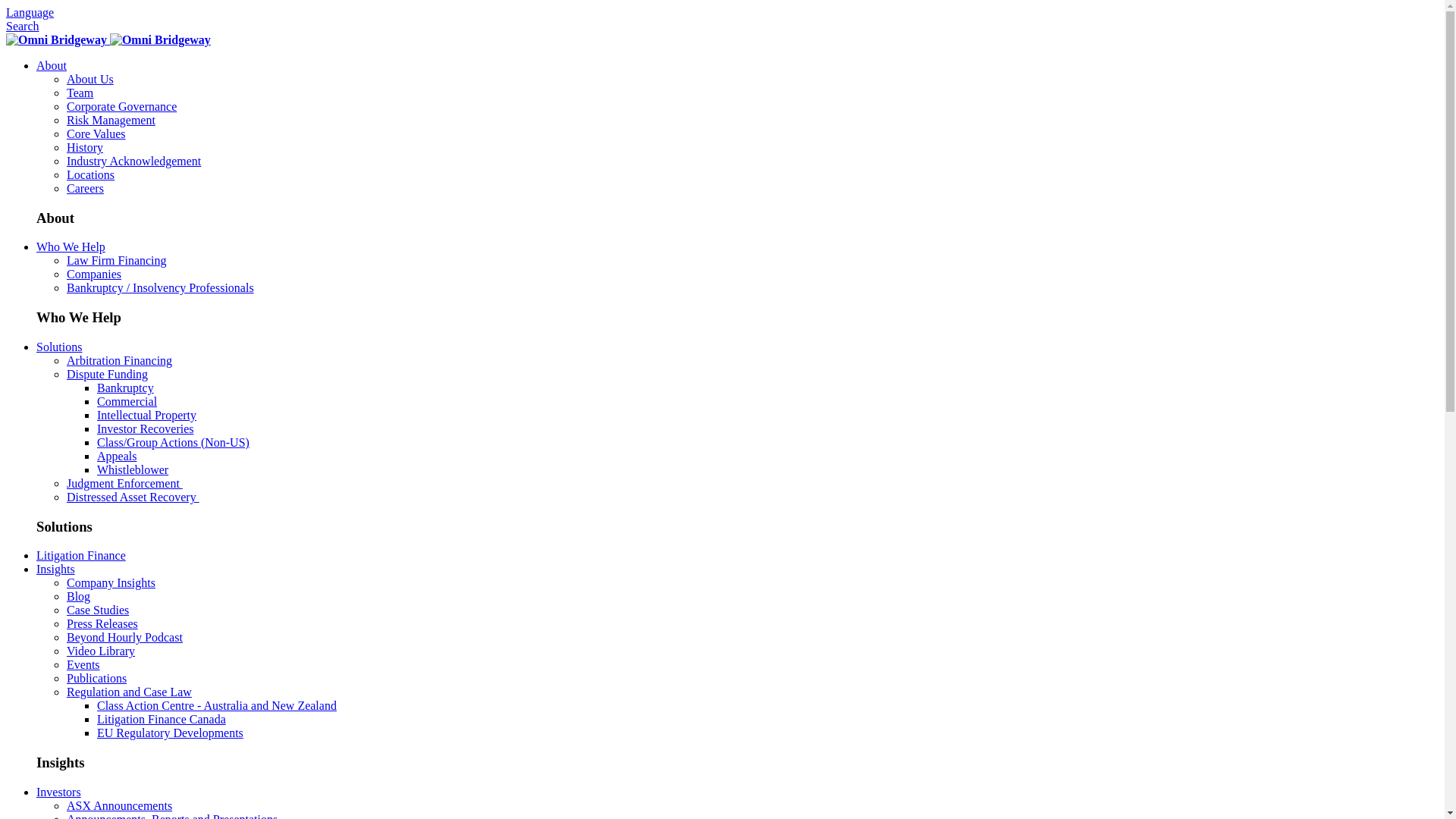  Describe the element at coordinates (89, 174) in the screenshot. I see `'Locations'` at that location.